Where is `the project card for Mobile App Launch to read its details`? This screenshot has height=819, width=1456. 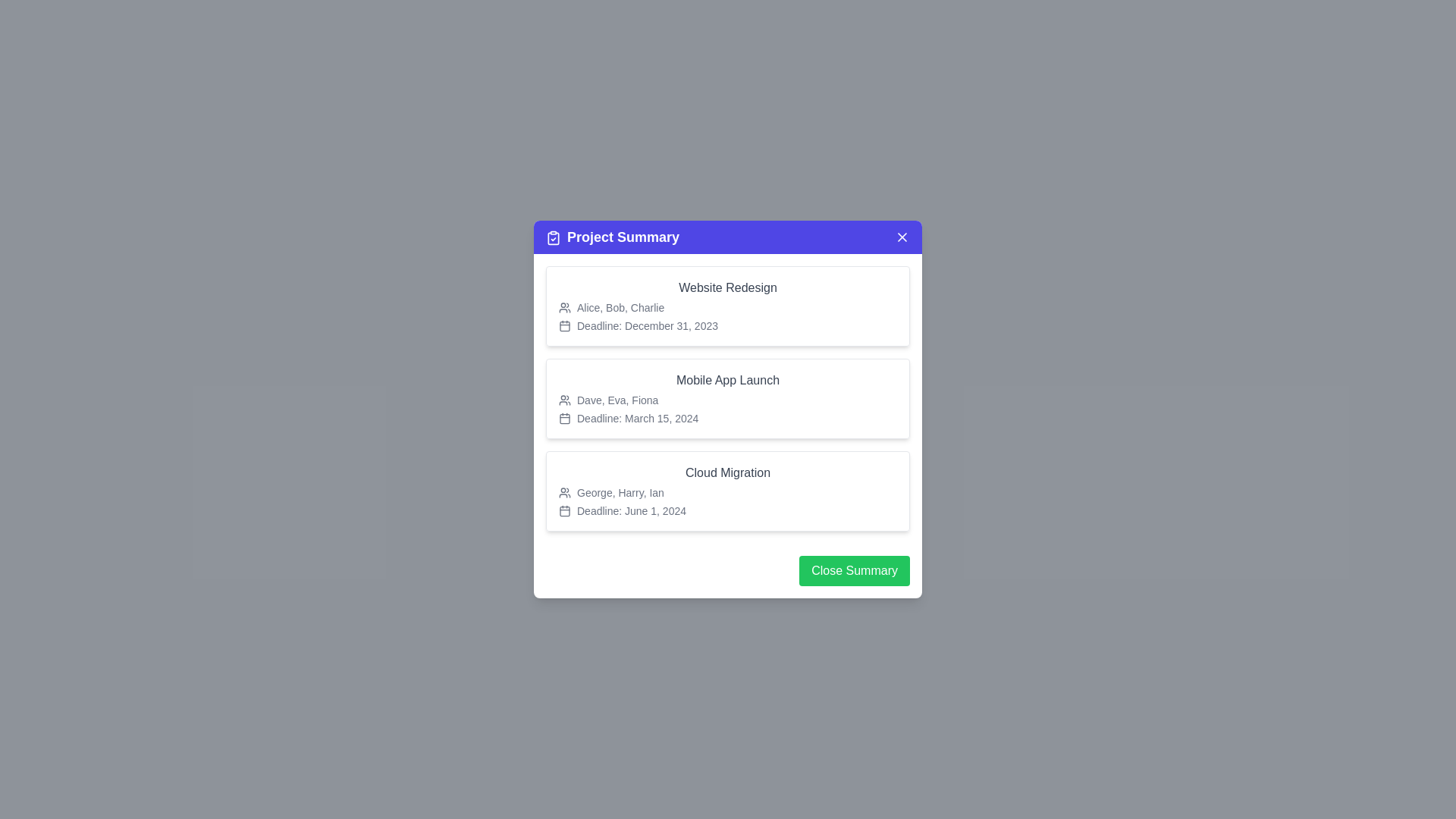
the project card for Mobile App Launch to read its details is located at coordinates (728, 397).